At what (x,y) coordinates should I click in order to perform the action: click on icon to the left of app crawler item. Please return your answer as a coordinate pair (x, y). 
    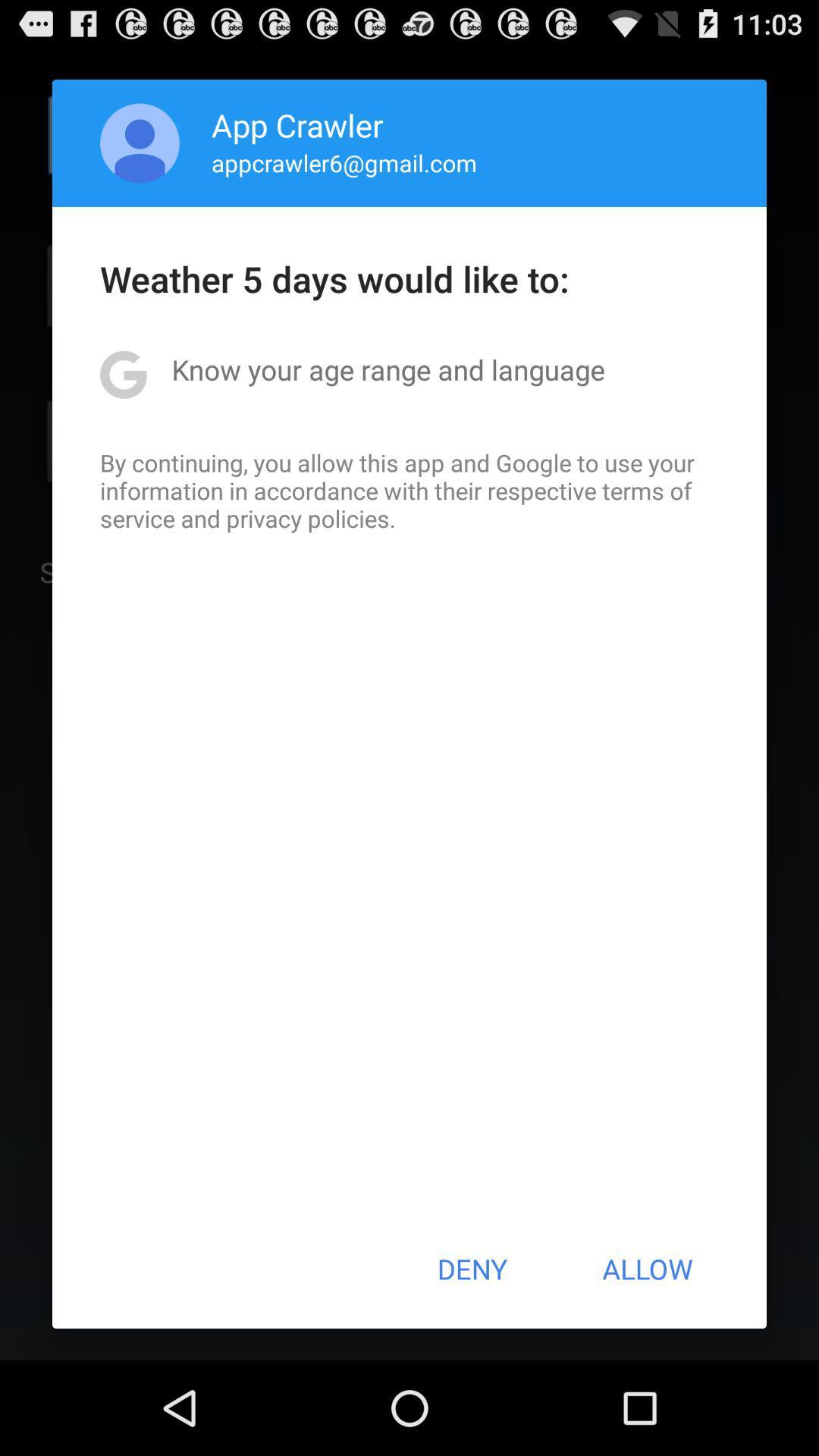
    Looking at the image, I should click on (140, 143).